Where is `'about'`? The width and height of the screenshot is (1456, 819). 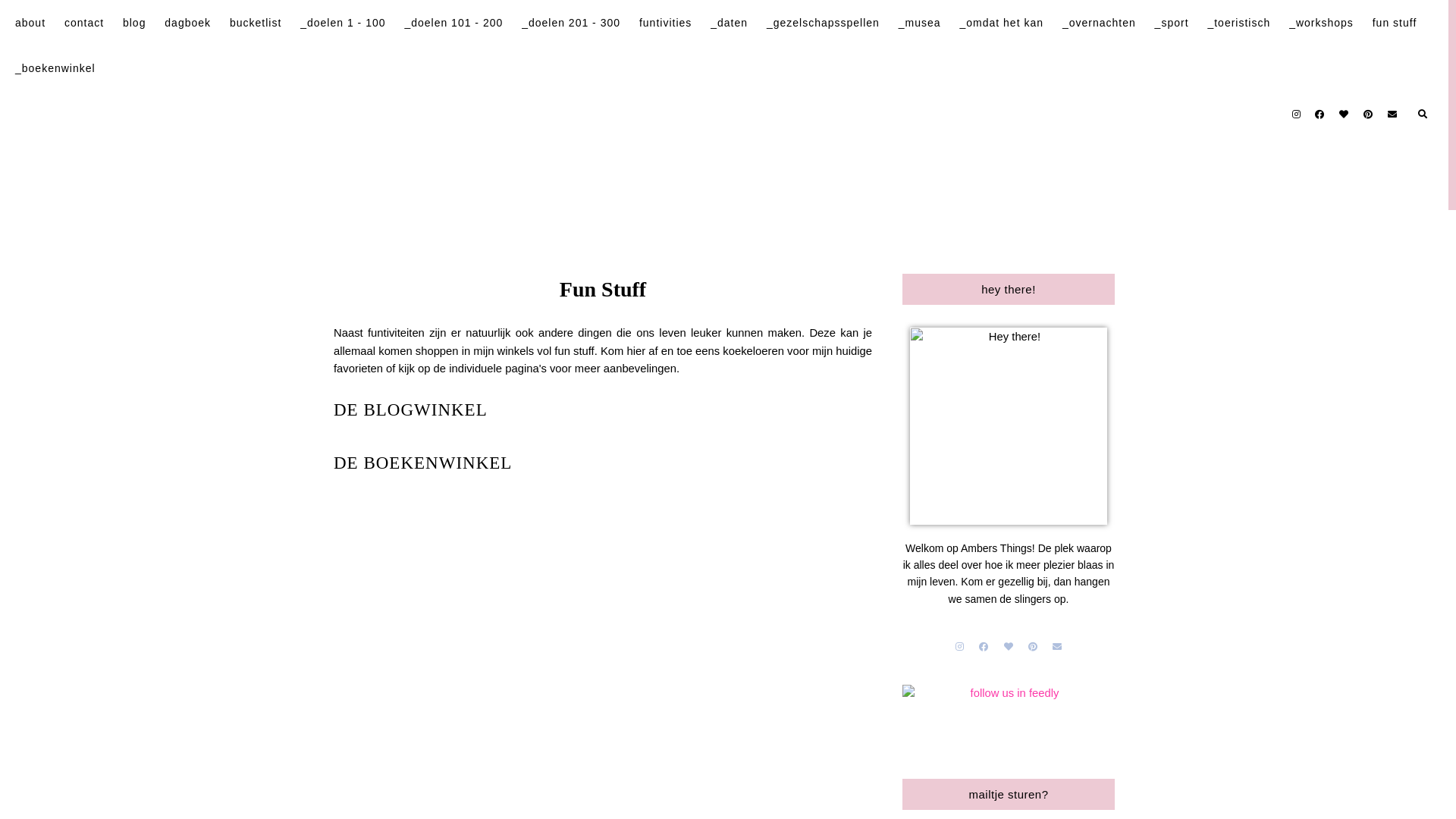
'about' is located at coordinates (30, 23).